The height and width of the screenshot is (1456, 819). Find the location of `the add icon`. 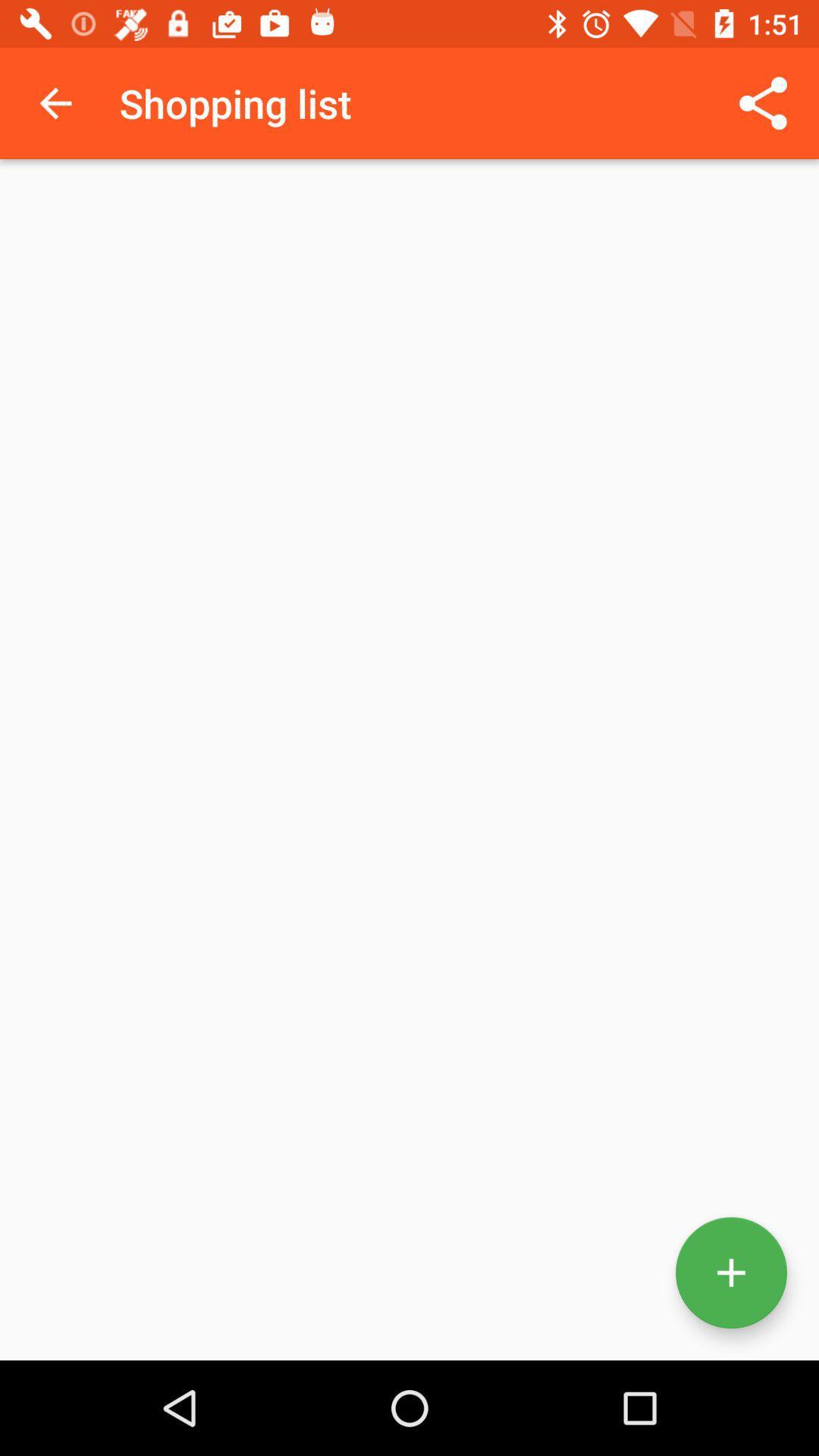

the add icon is located at coordinates (730, 1272).